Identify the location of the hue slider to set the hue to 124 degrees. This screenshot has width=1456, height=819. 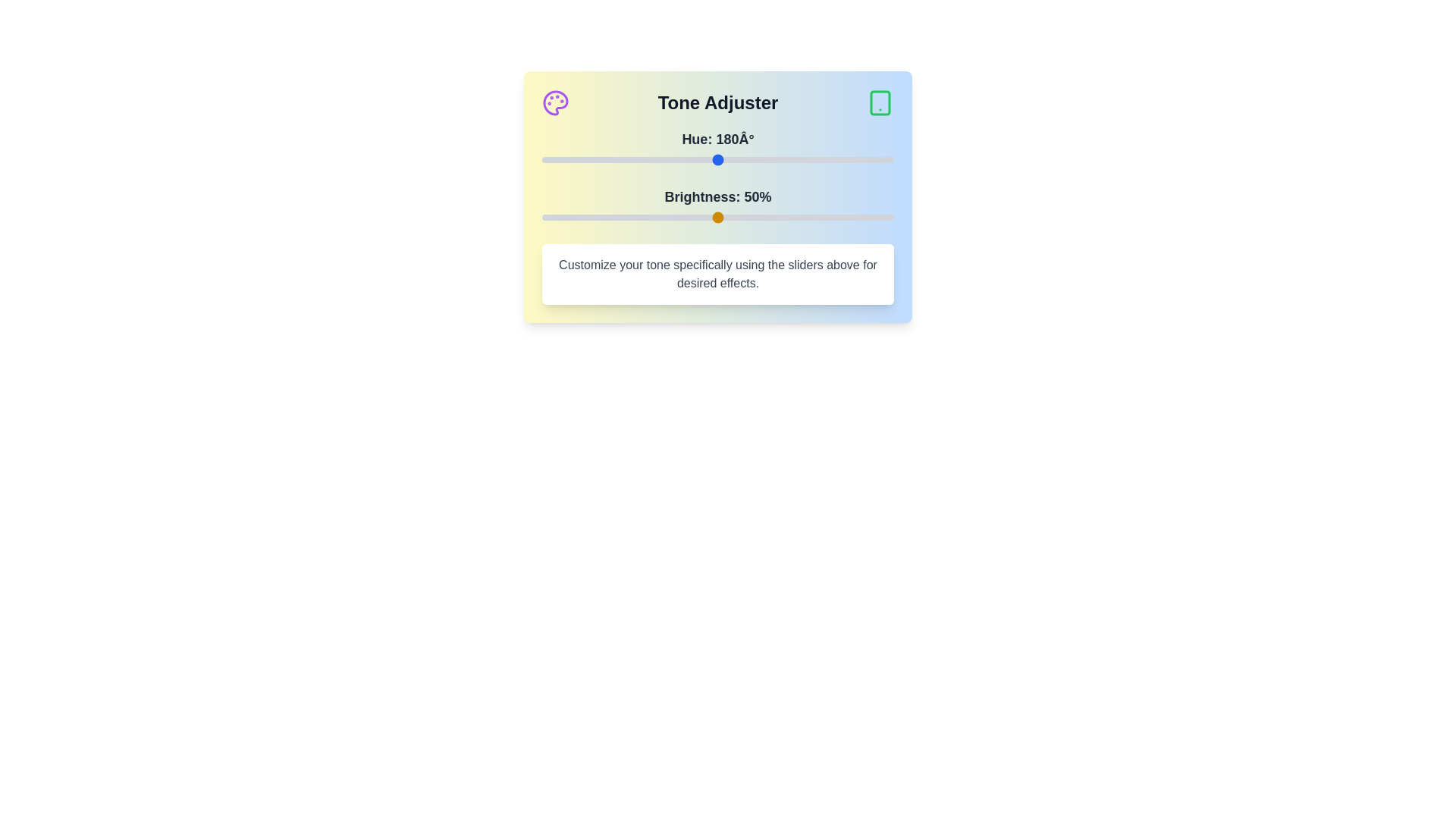
(663, 160).